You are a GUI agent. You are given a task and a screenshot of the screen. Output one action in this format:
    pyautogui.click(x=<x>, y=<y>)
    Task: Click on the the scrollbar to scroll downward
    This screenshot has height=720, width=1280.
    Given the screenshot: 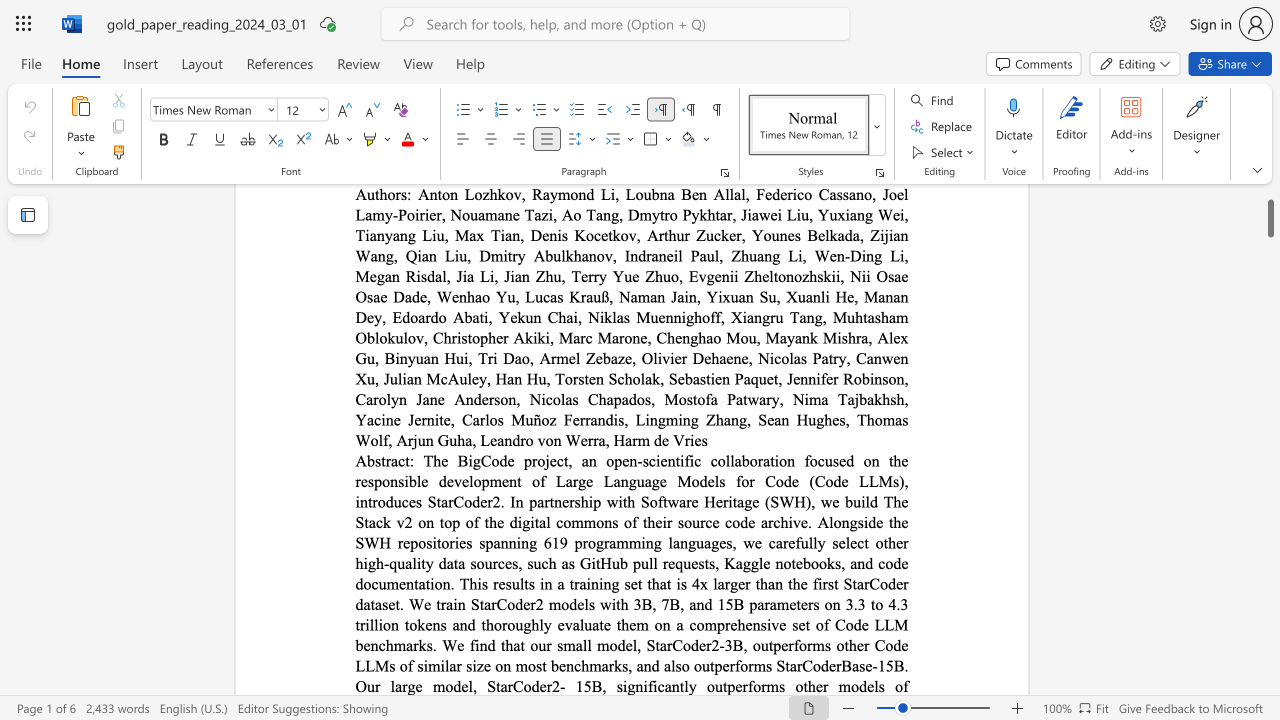 What is the action you would take?
    pyautogui.click(x=1269, y=280)
    